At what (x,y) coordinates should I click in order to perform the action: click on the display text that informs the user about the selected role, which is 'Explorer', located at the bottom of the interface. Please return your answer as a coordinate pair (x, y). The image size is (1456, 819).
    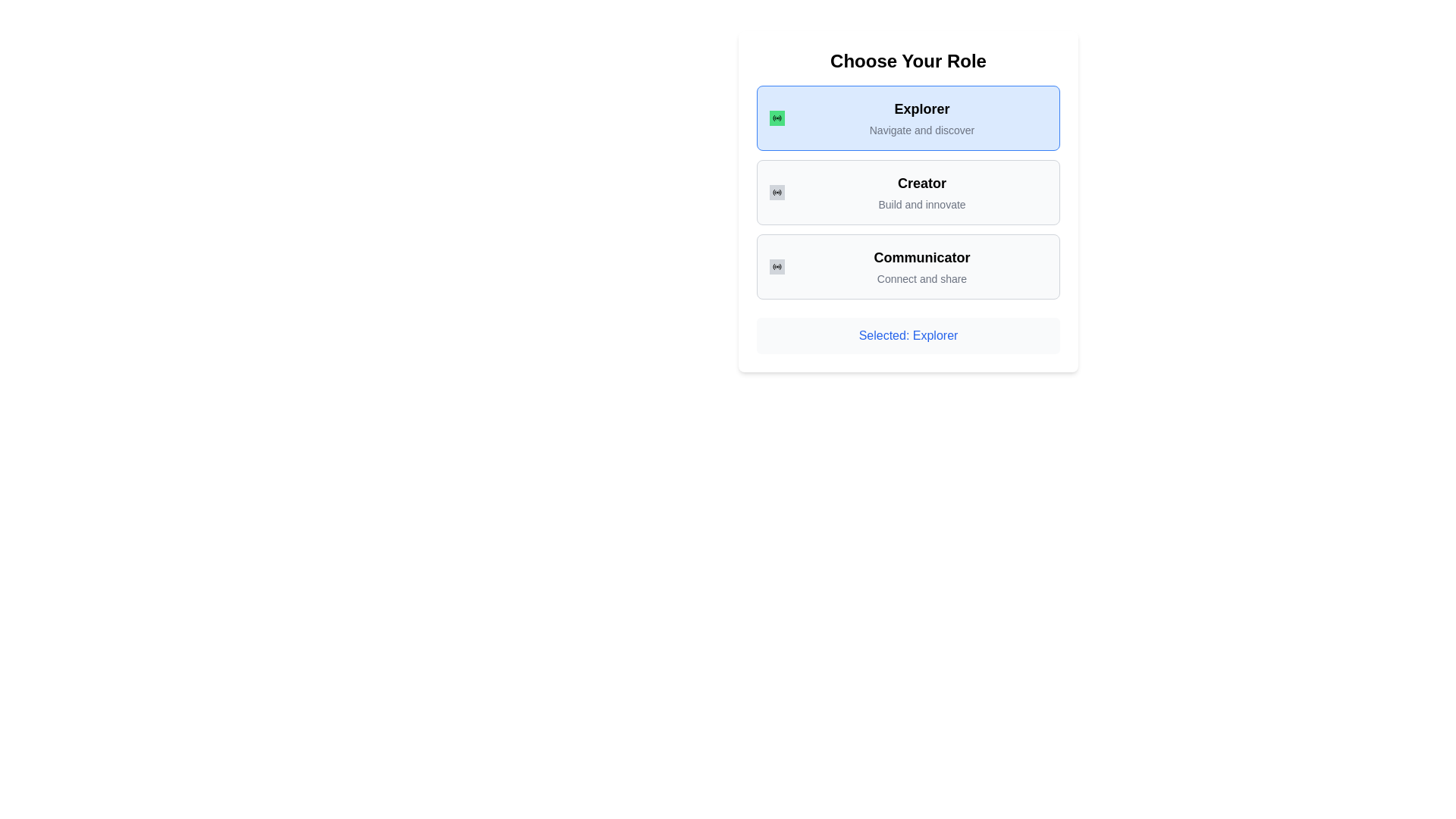
    Looking at the image, I should click on (908, 335).